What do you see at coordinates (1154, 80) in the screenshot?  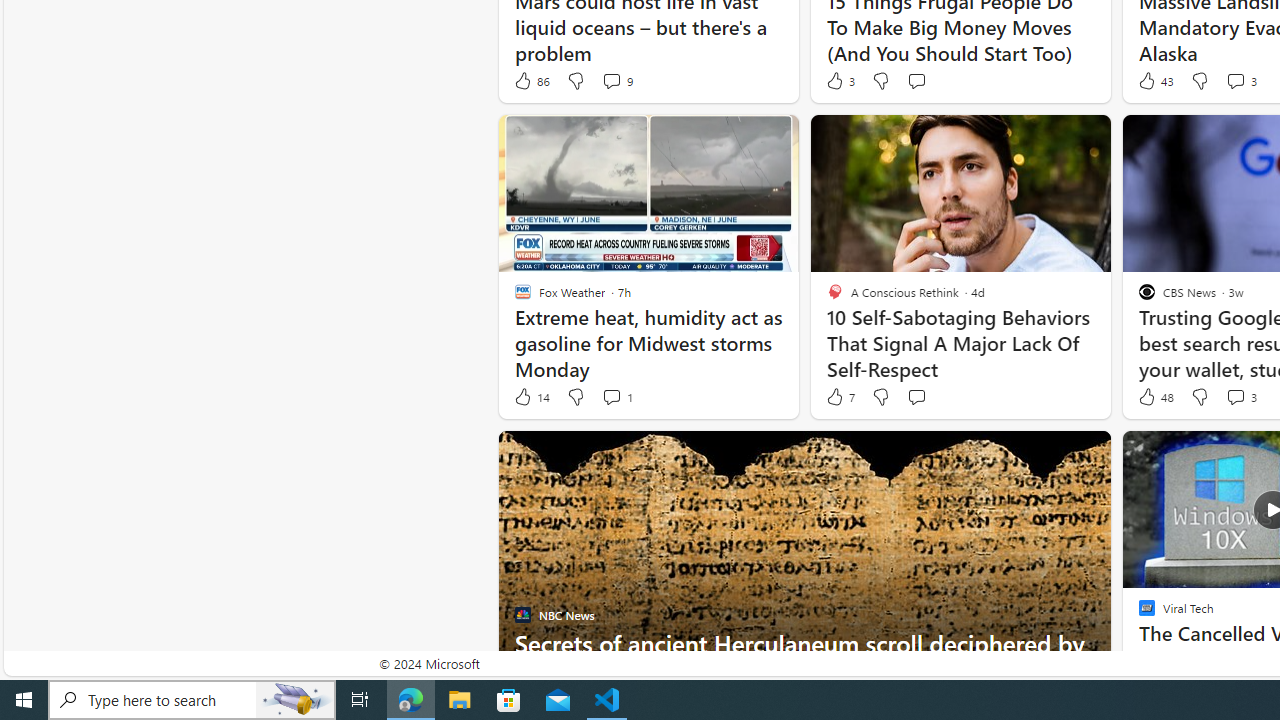 I see `'43 Like'` at bounding box center [1154, 80].